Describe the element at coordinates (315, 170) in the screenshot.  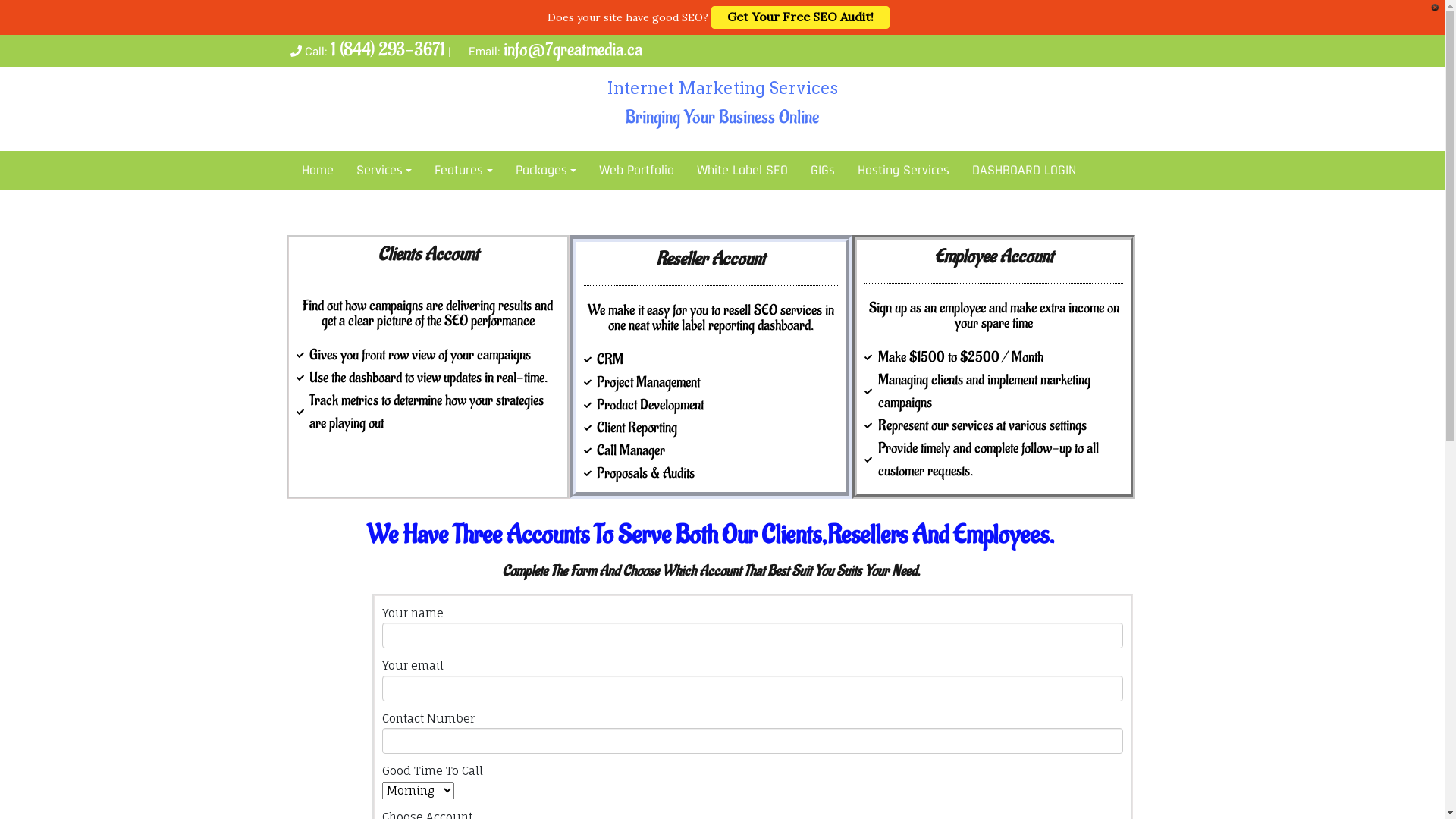
I see `'Home'` at that location.